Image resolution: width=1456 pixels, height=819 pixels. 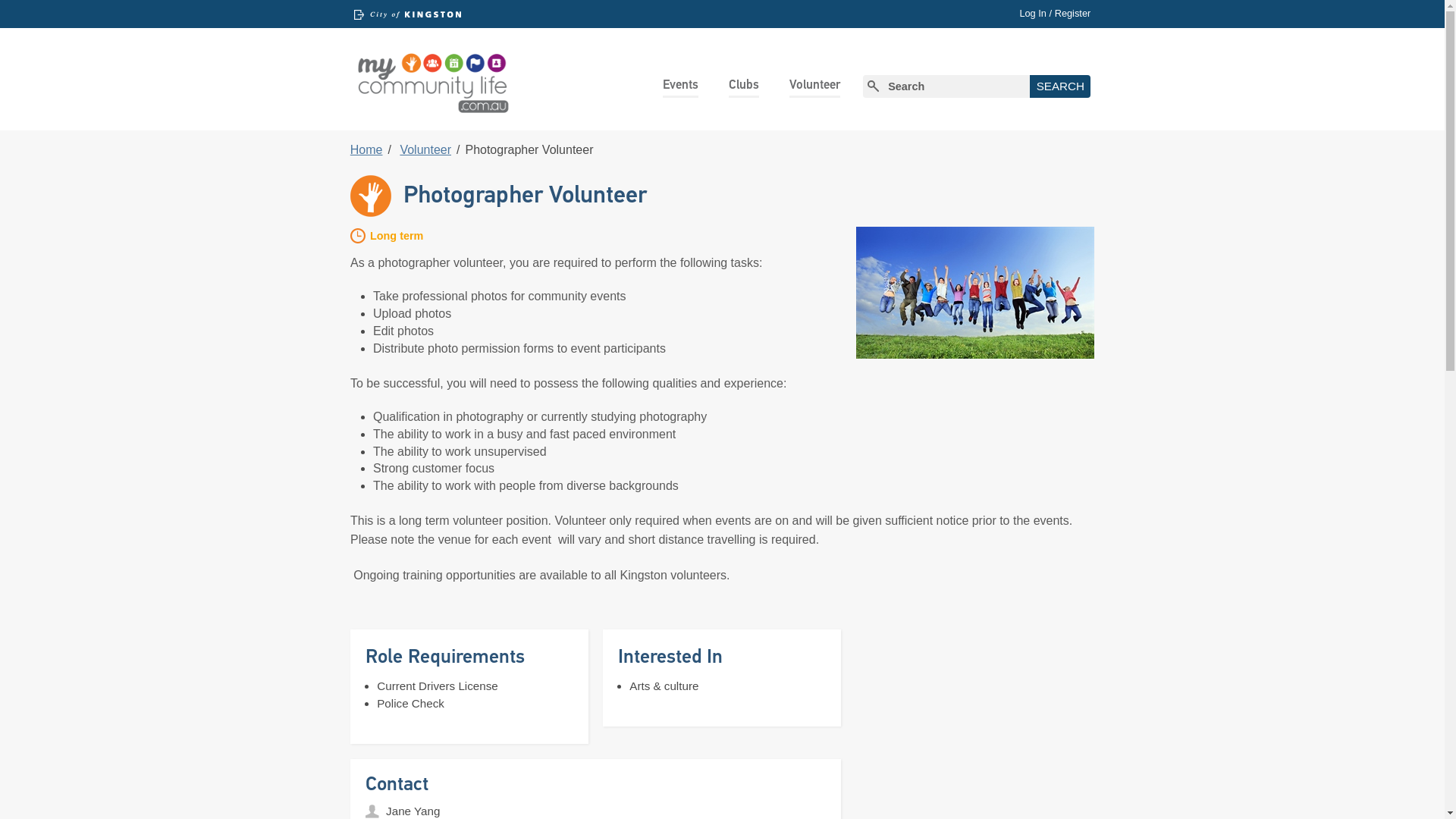 I want to click on 'Events', so click(x=679, y=84).